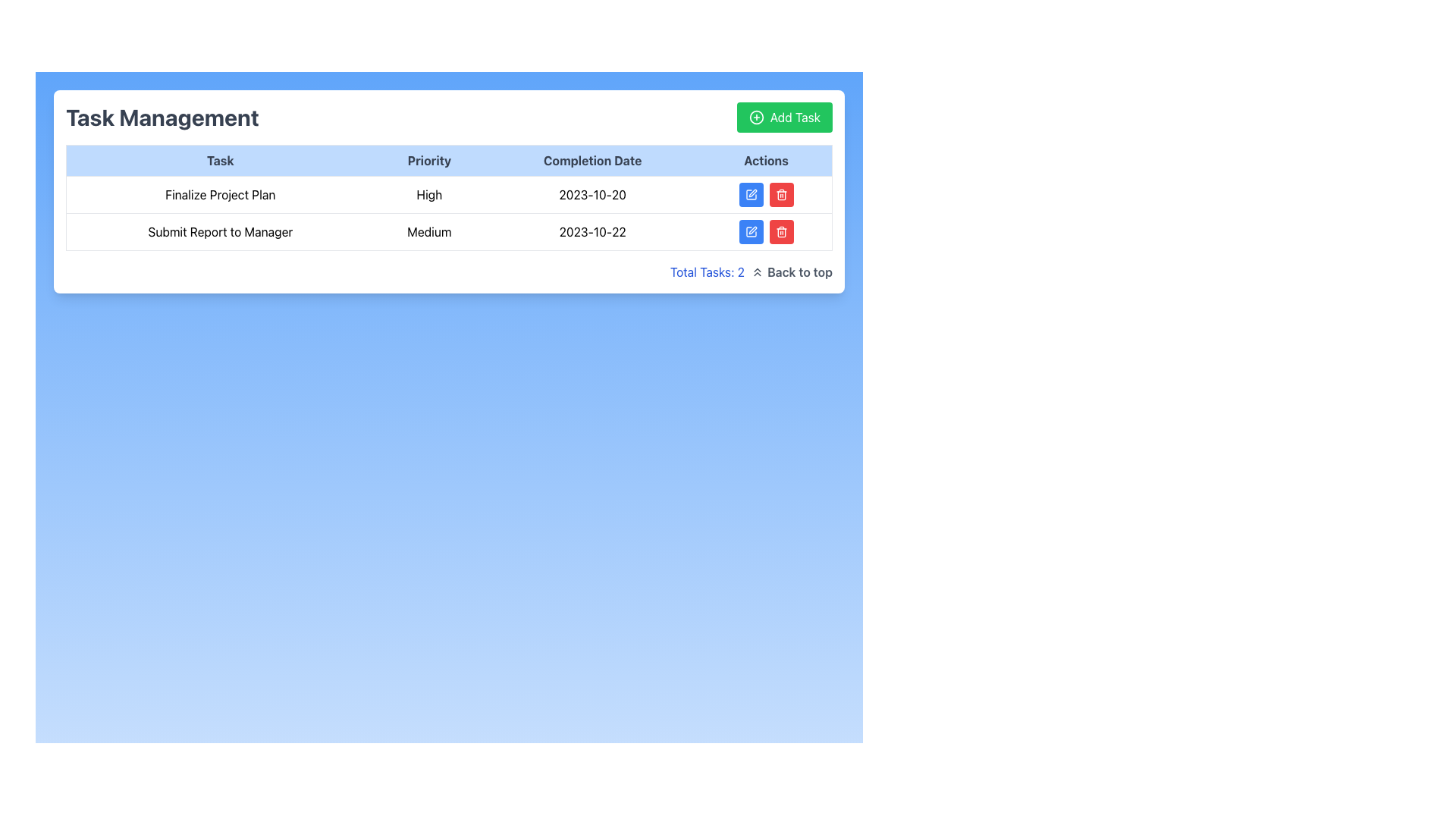  I want to click on the delete button located on the right side of the Actions column in the table, so click(781, 231).